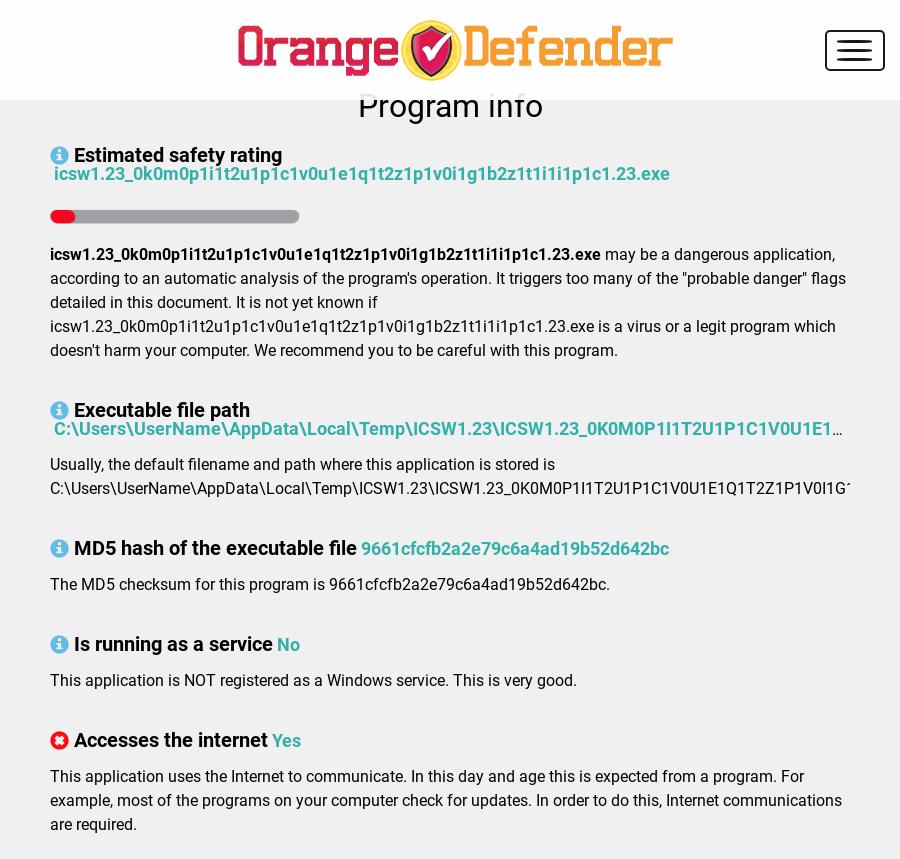 Image resolution: width=900 pixels, height=859 pixels. What do you see at coordinates (162, 410) in the screenshot?
I see `'Executable file path'` at bounding box center [162, 410].